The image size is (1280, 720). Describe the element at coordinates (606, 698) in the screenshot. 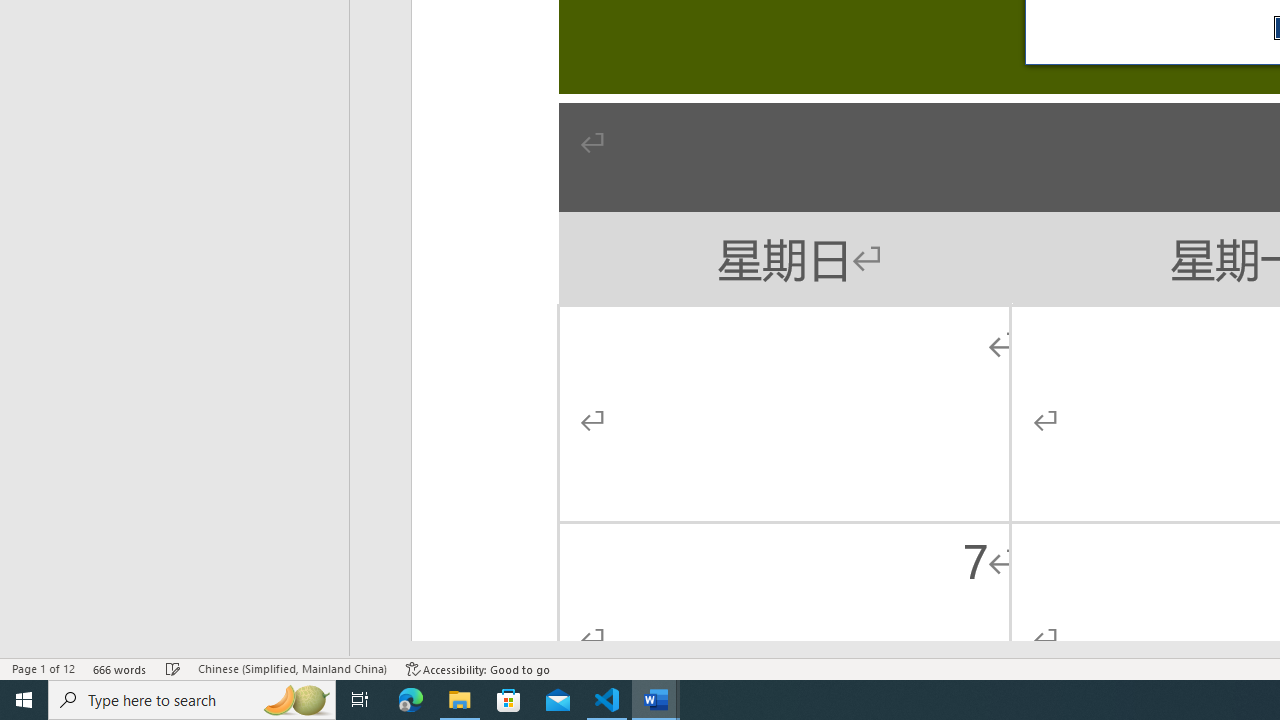

I see `'Visual Studio Code - 1 running window'` at that location.